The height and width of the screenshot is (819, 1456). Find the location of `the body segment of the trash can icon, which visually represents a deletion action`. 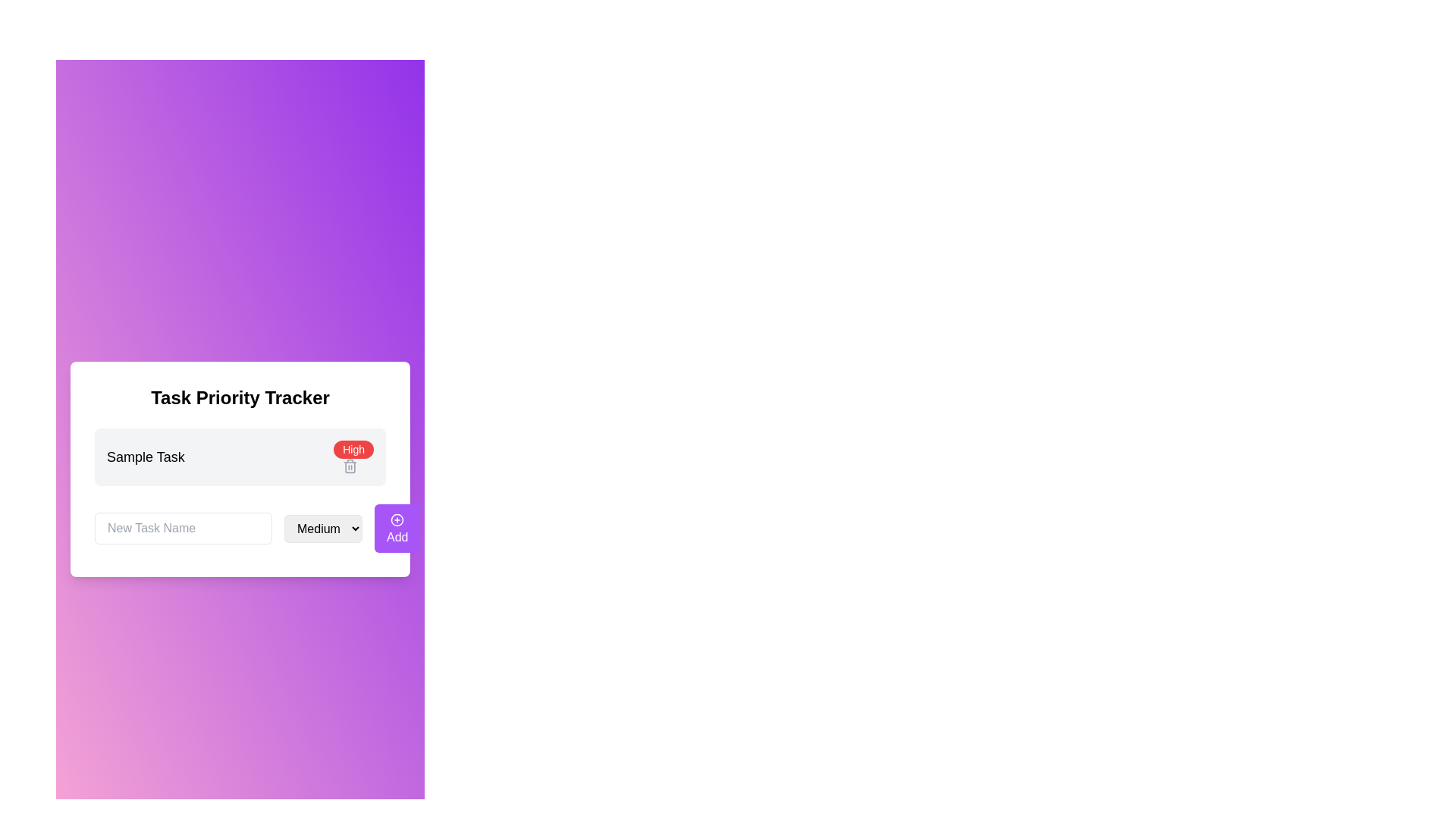

the body segment of the trash can icon, which visually represents a deletion action is located at coordinates (350, 466).